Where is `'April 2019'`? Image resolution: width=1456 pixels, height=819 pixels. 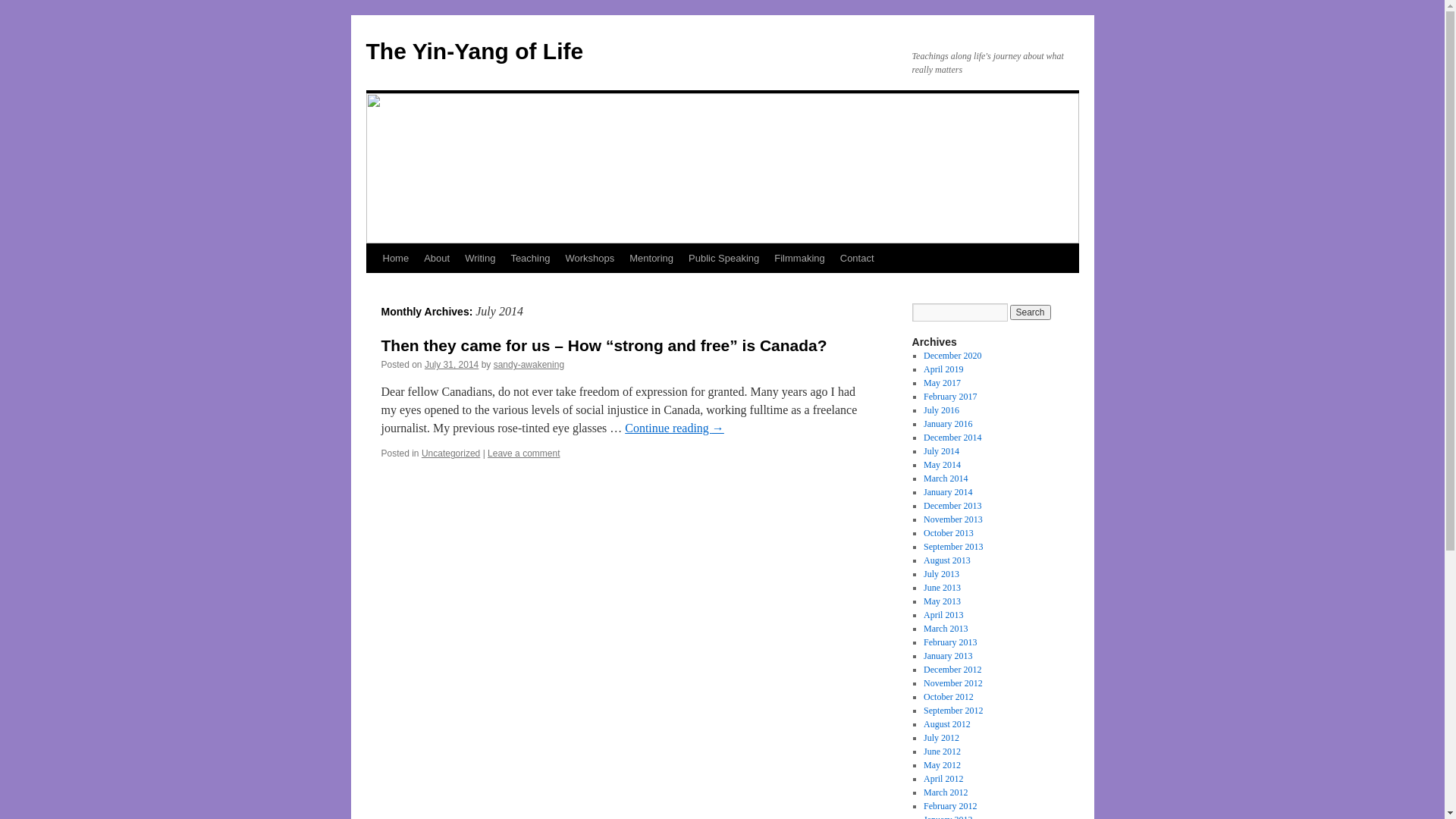 'April 2019' is located at coordinates (942, 369).